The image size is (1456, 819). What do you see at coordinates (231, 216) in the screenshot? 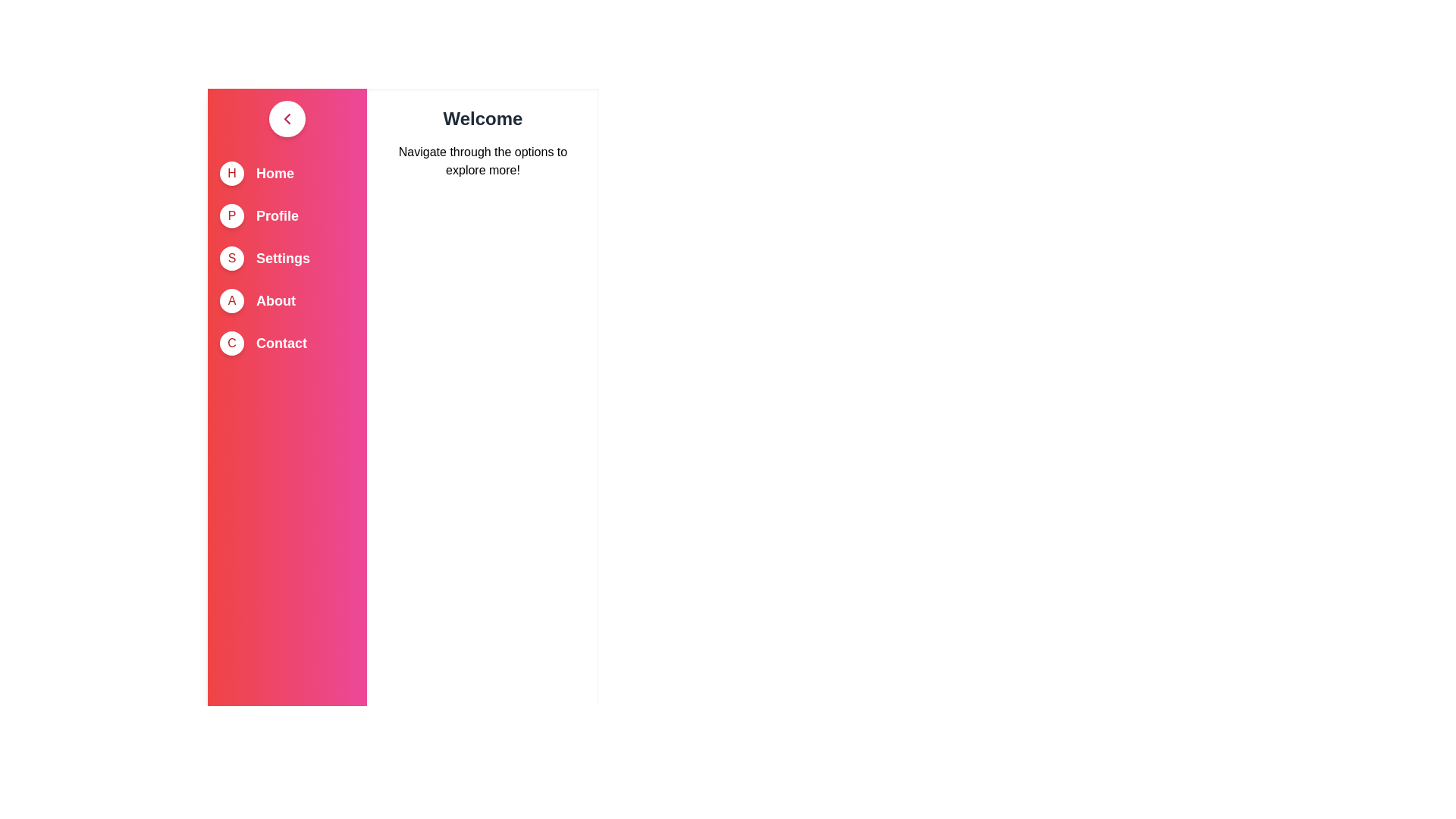
I see `the circle icon corresponding to Profile` at bounding box center [231, 216].